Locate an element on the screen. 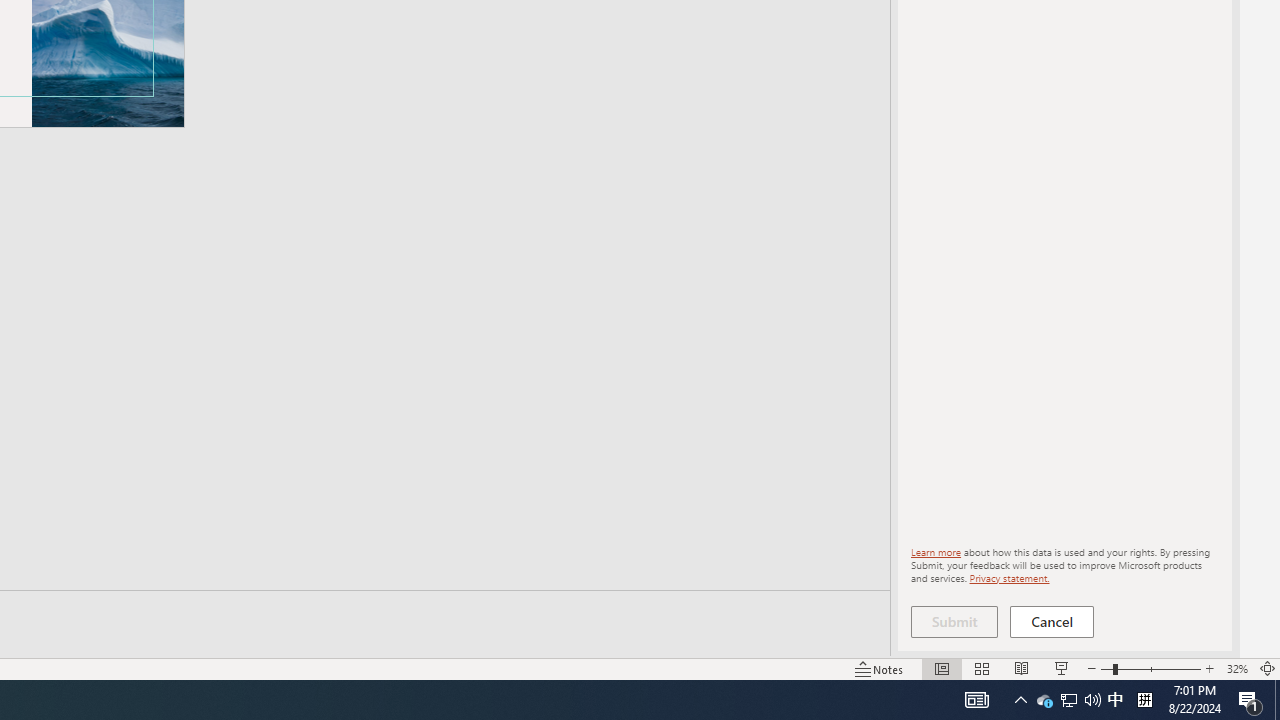  'Normal' is located at coordinates (941, 669).